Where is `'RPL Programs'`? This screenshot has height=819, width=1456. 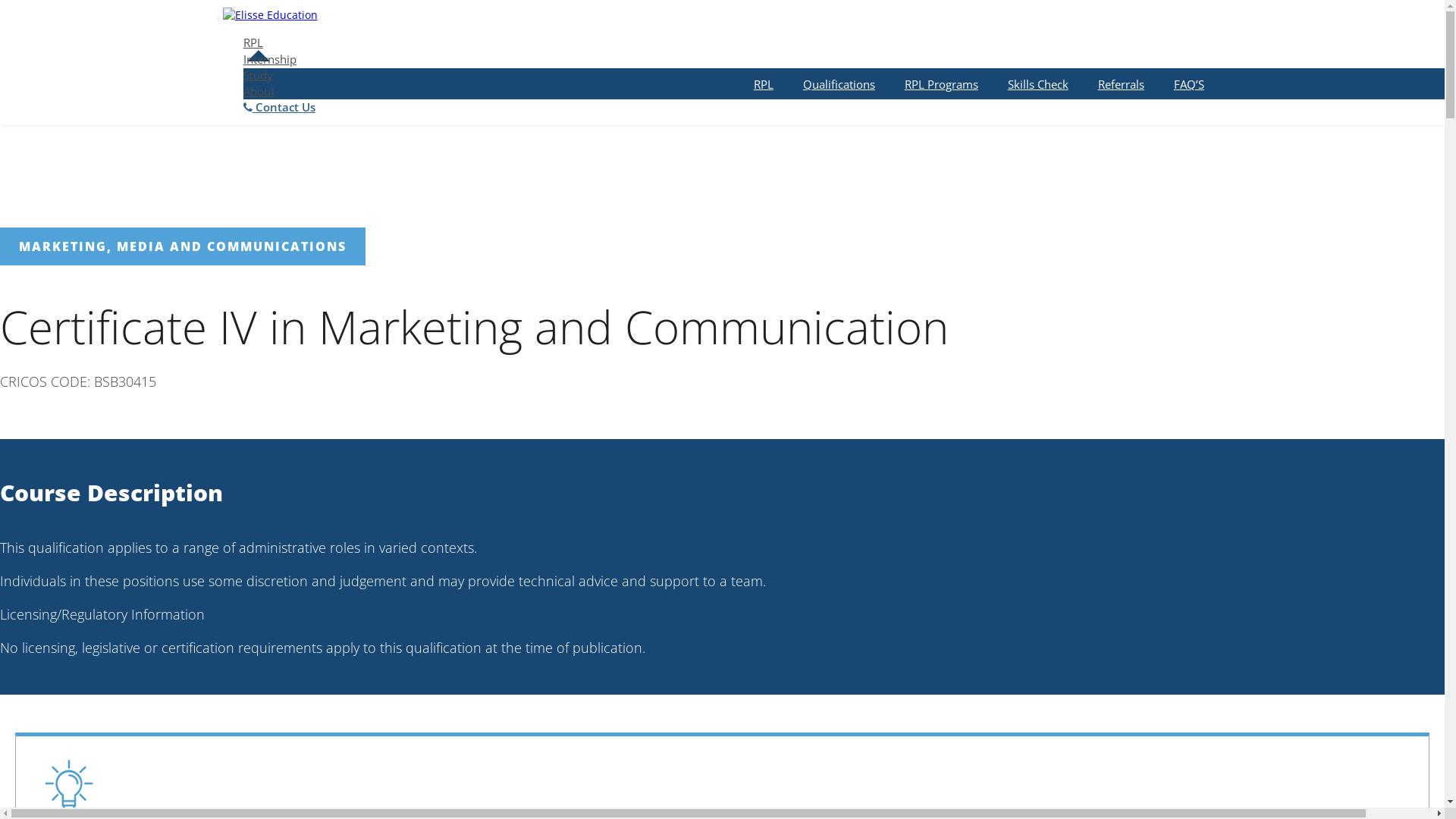
'RPL Programs' is located at coordinates (940, 84).